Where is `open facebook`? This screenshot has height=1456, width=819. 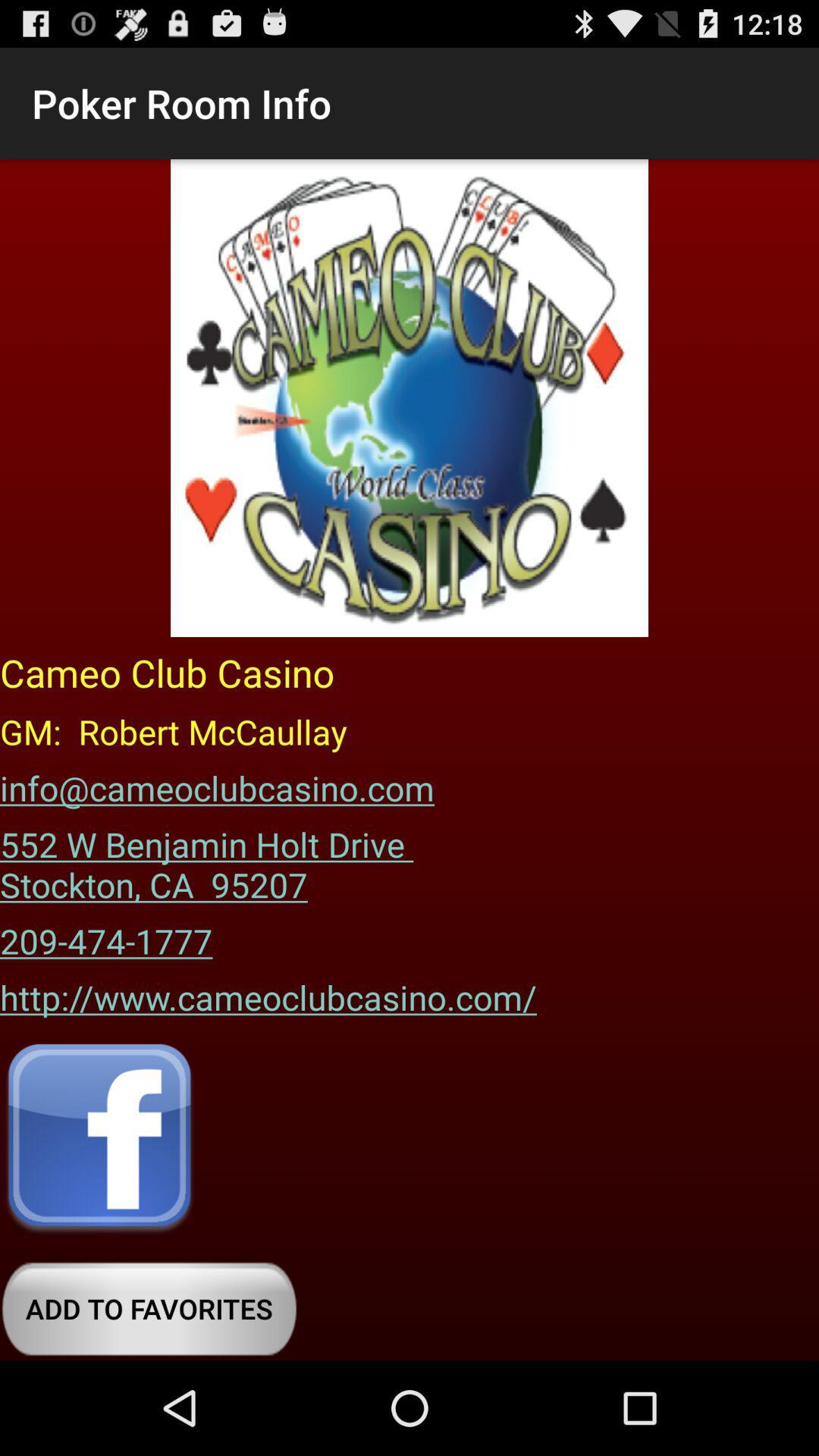 open facebook is located at coordinates (99, 1139).